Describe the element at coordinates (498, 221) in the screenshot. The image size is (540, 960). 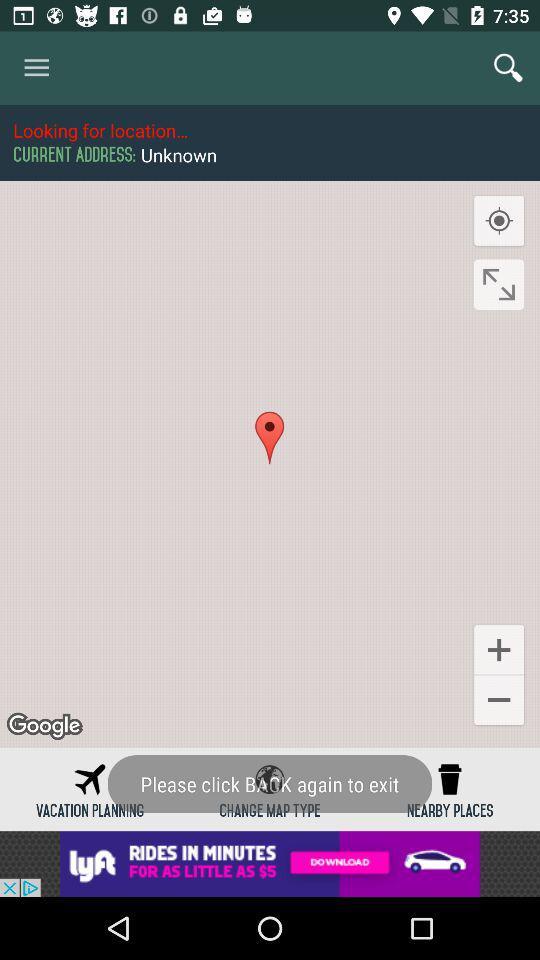
I see `the location_crosshair icon` at that location.